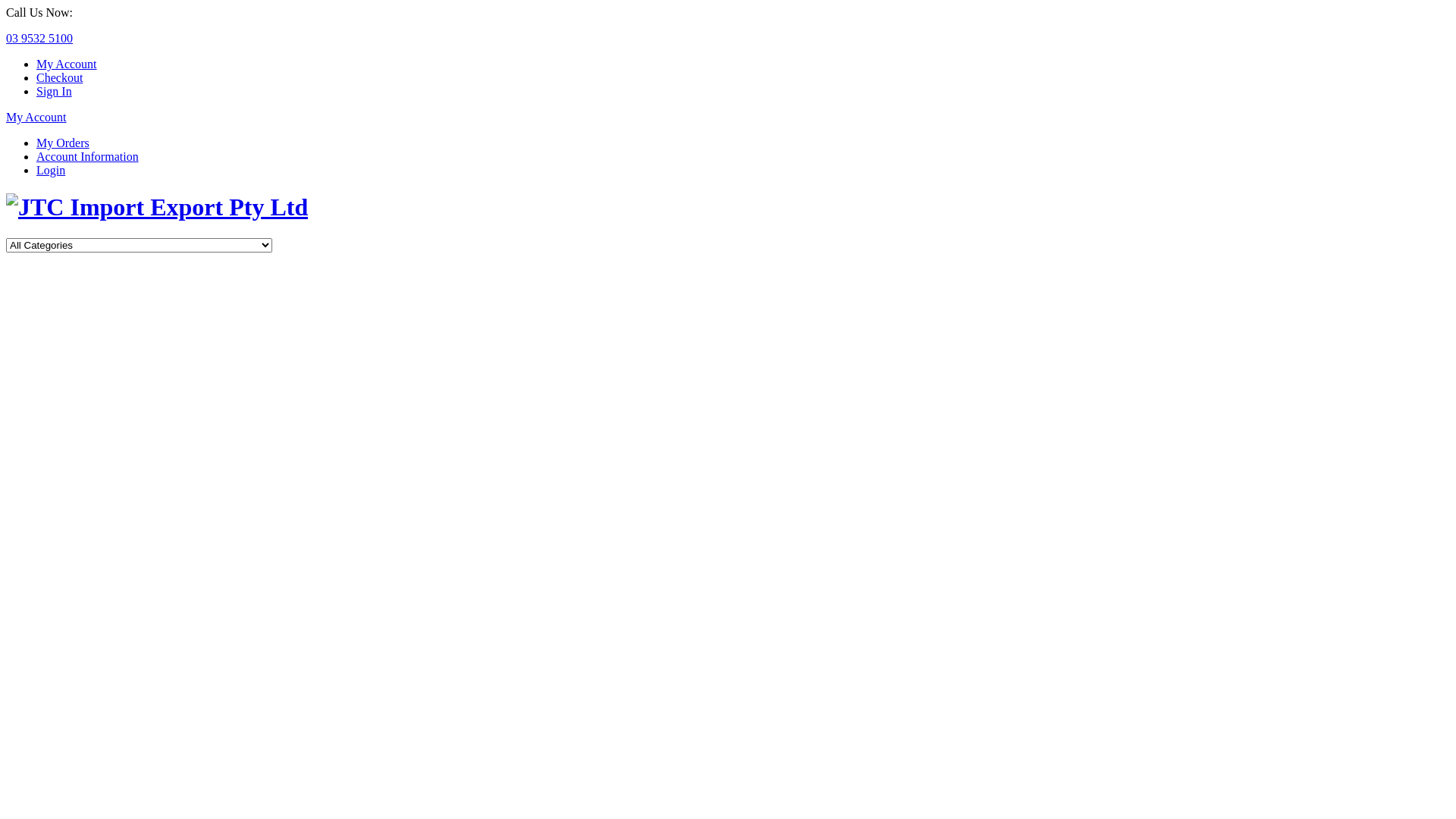 The width and height of the screenshot is (1456, 819). I want to click on 'Checkout', so click(59, 77).